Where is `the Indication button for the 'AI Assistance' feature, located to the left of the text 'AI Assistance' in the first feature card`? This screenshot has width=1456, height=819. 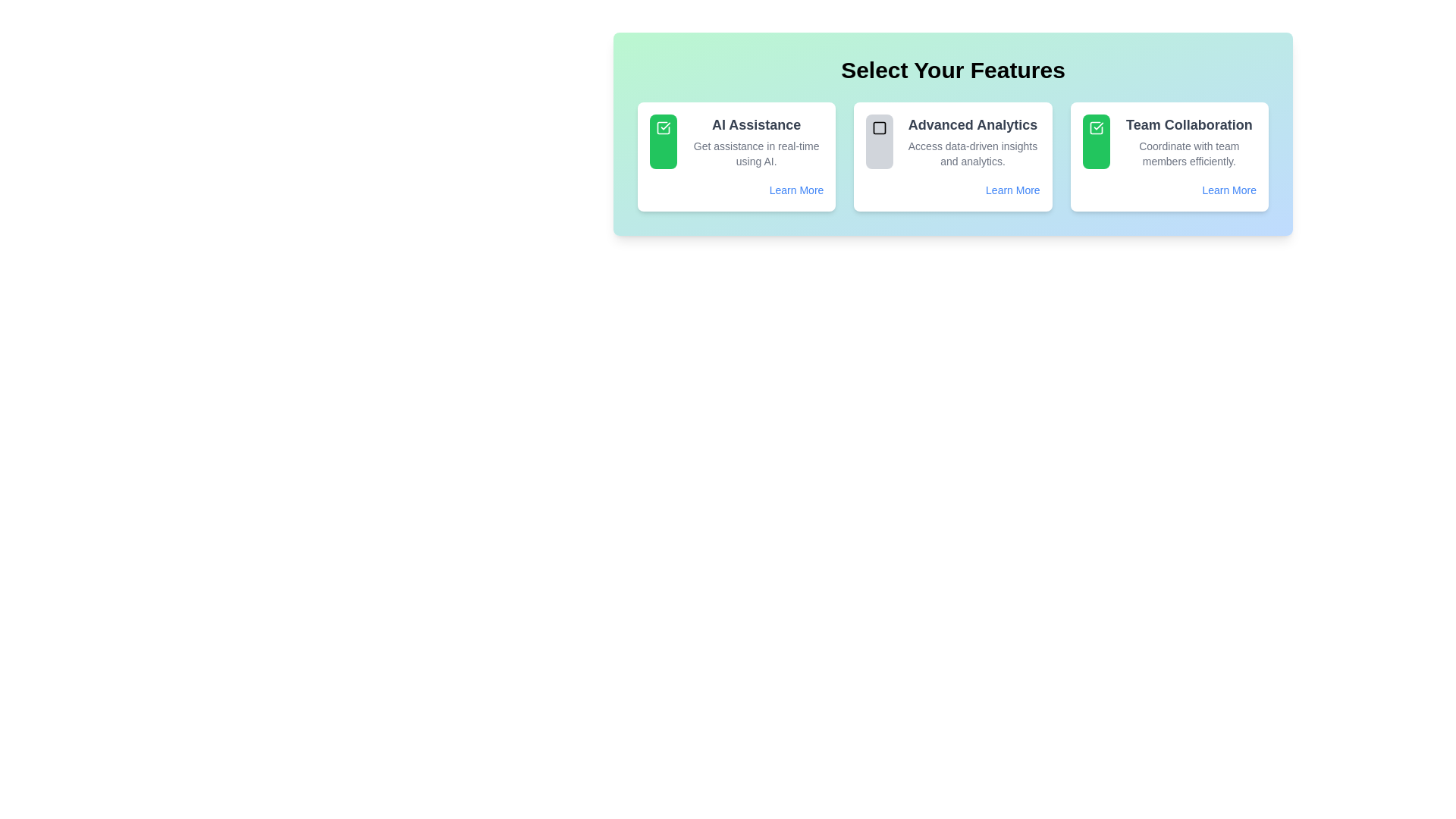
the Indication button for the 'AI Assistance' feature, located to the left of the text 'AI Assistance' in the first feature card is located at coordinates (663, 141).